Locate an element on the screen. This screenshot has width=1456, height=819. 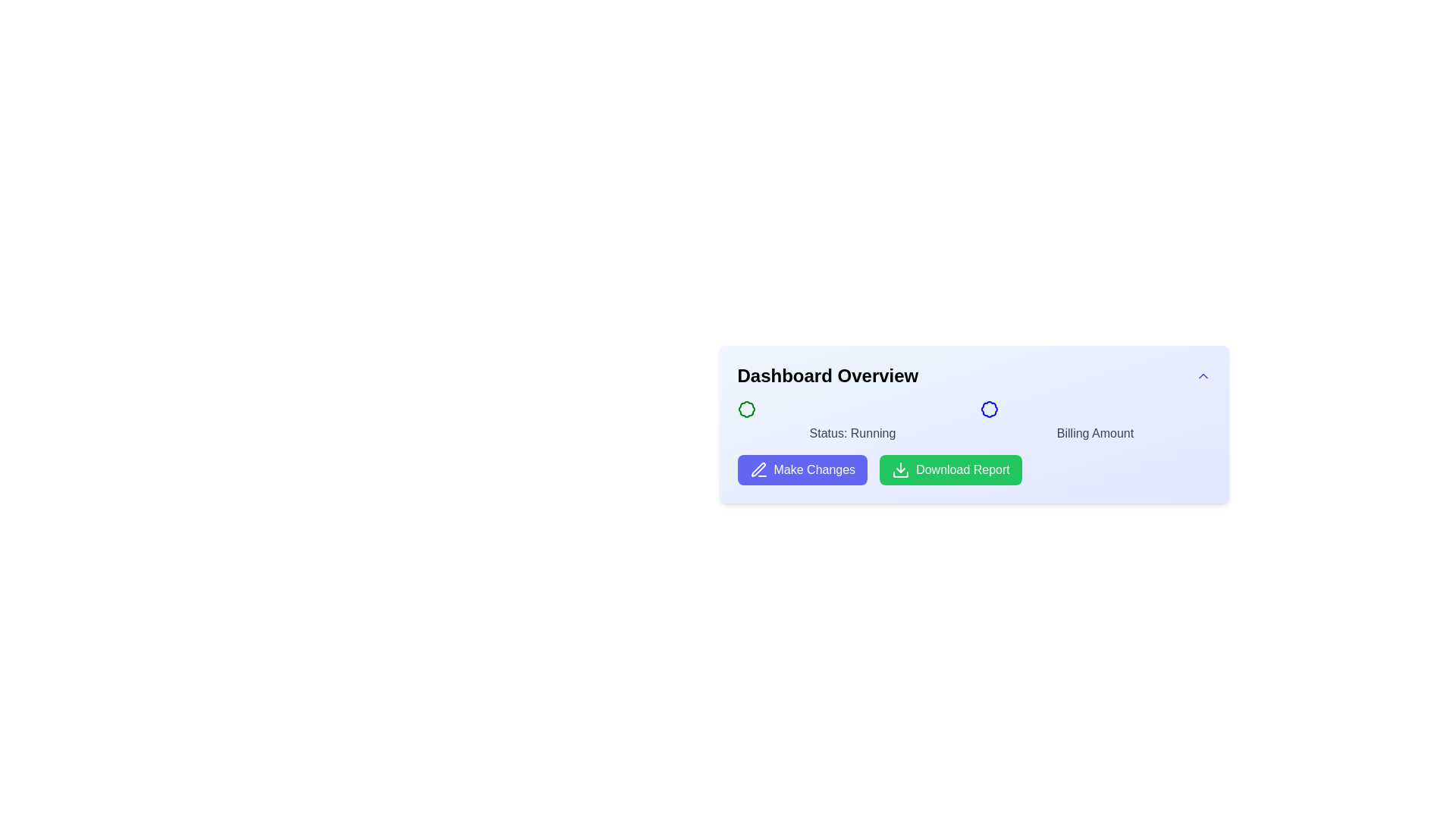
the editing icon is located at coordinates (758, 469).